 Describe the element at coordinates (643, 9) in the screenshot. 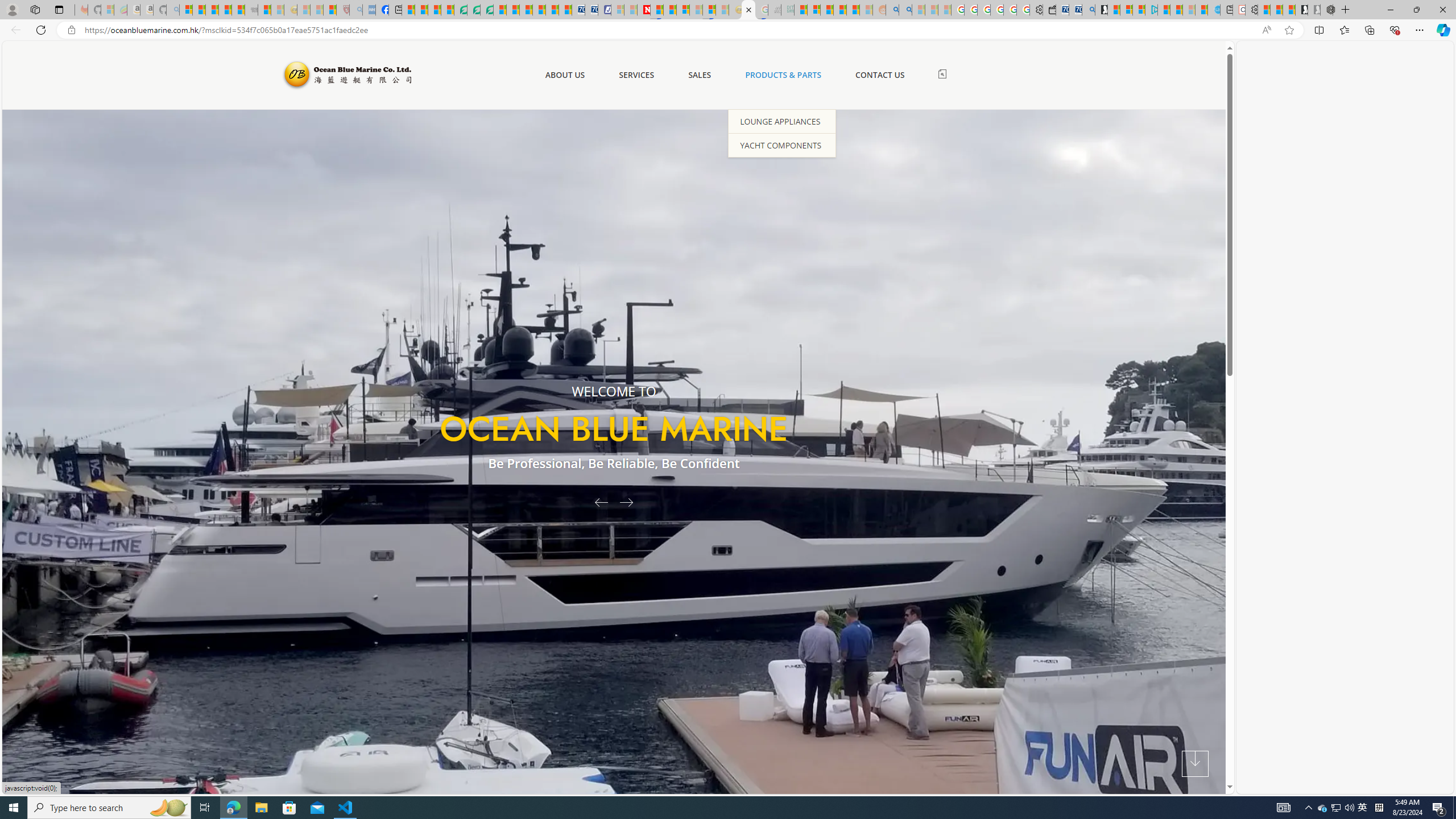

I see `'Latest Politics News & Archive | Newsweek.com'` at that location.